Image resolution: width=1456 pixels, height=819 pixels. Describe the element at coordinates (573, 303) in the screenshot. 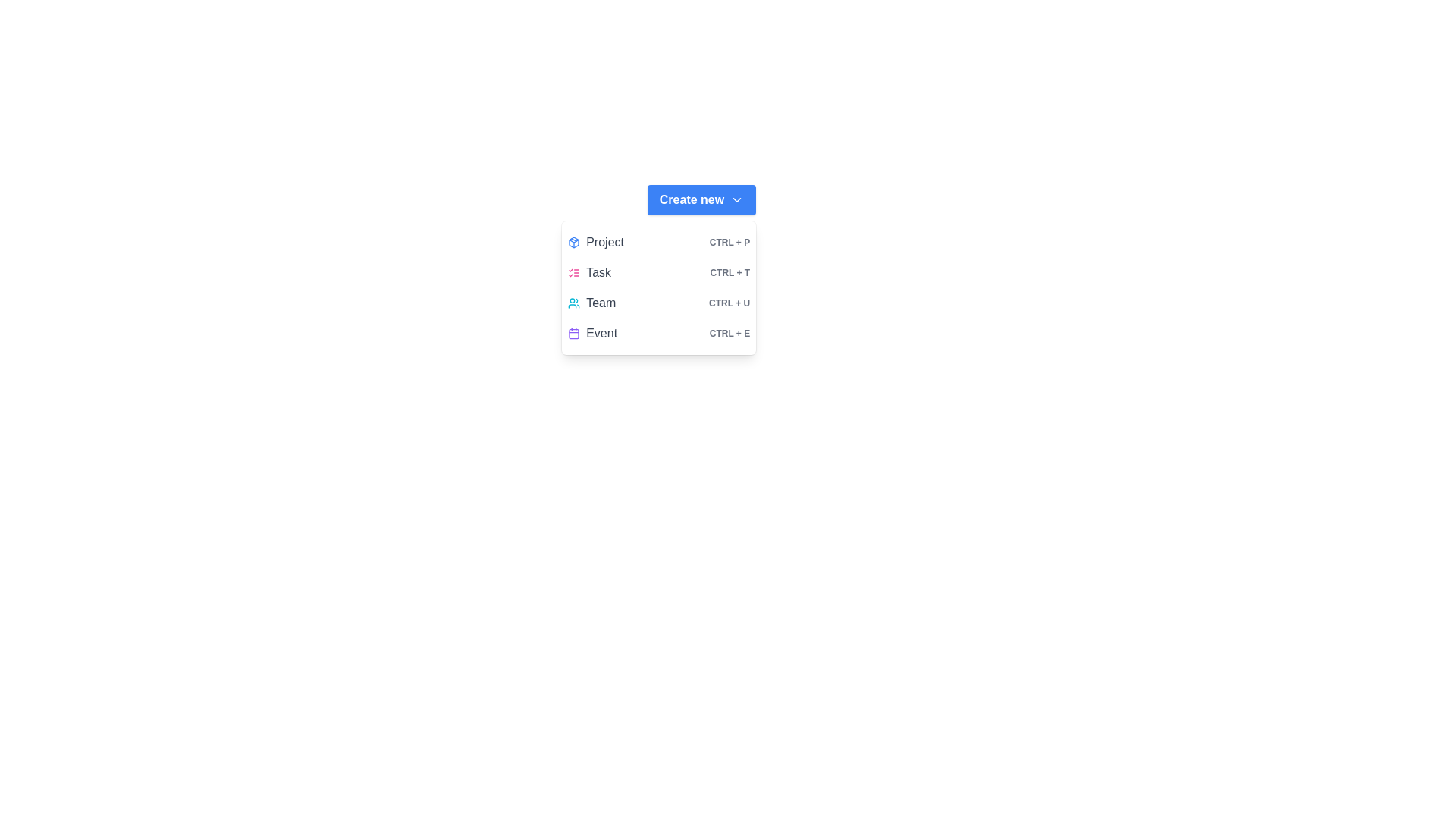

I see `the 'Team' icon in the dropdown menu, which is located to the left of the 'Team' text and is the third option in the list below the 'Create new' button` at that location.